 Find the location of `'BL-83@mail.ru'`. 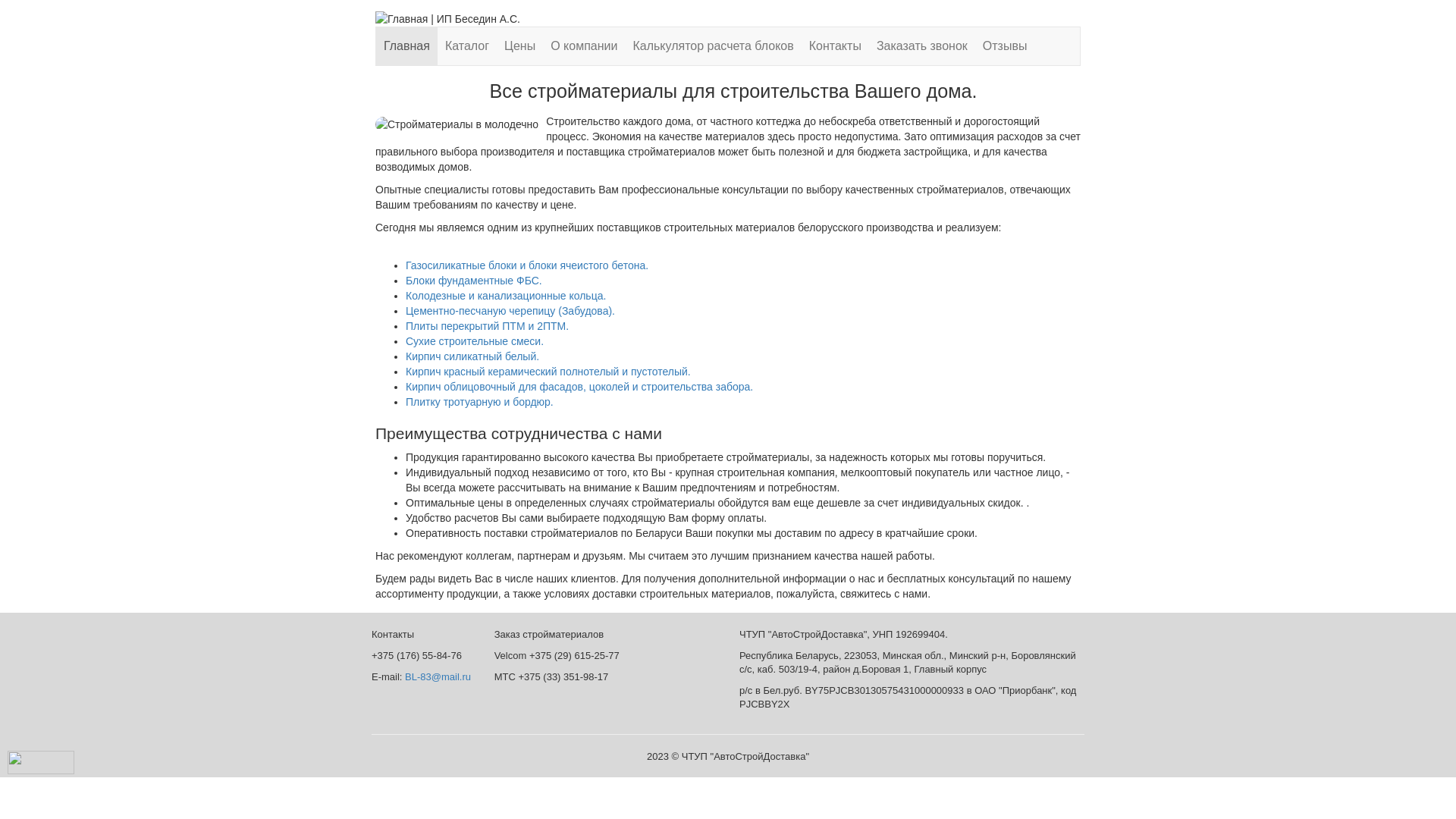

'BL-83@mail.ru' is located at coordinates (404, 676).